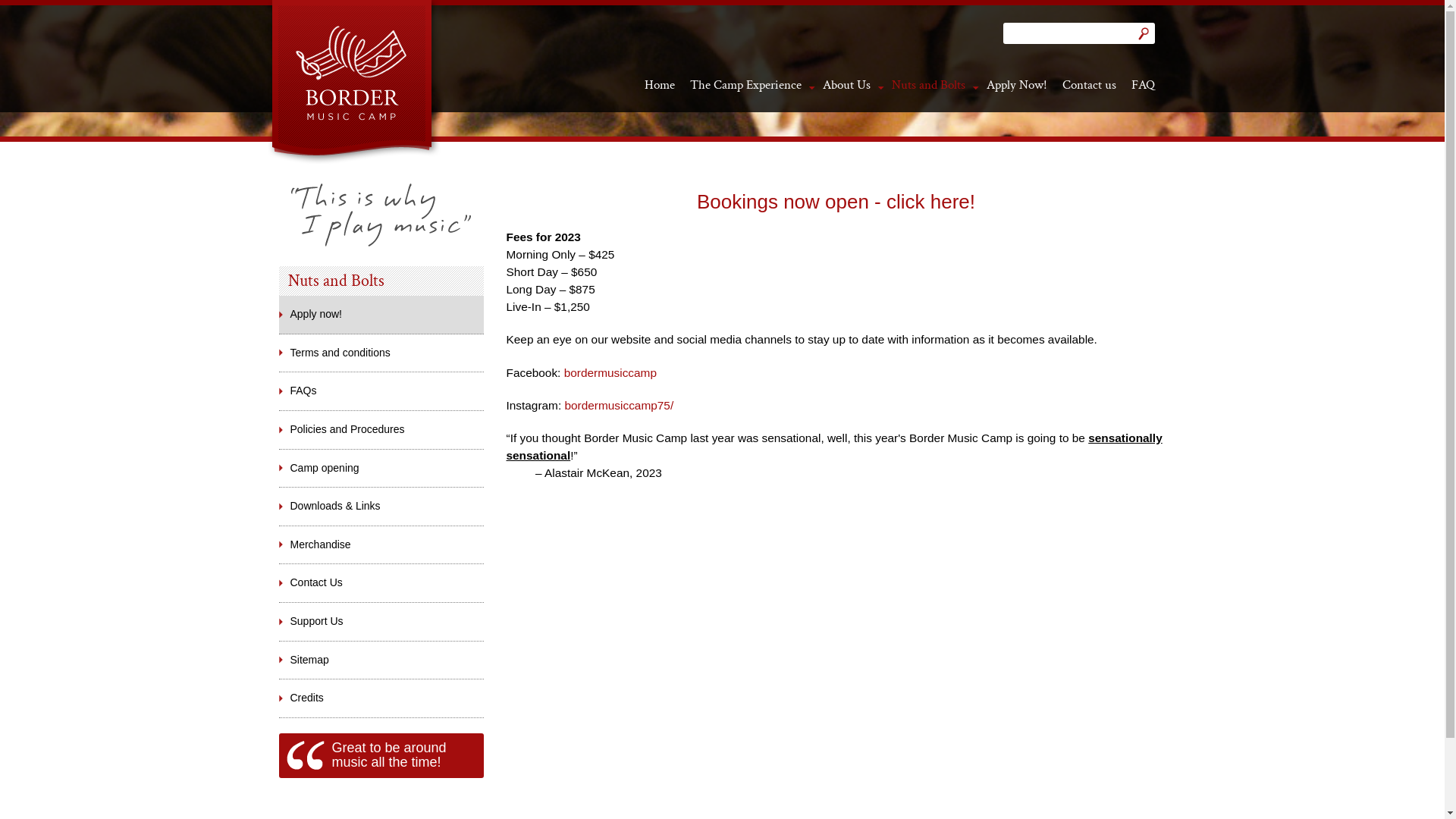 The width and height of the screenshot is (1456, 819). Describe the element at coordinates (381, 660) in the screenshot. I see `'Sitemap'` at that location.